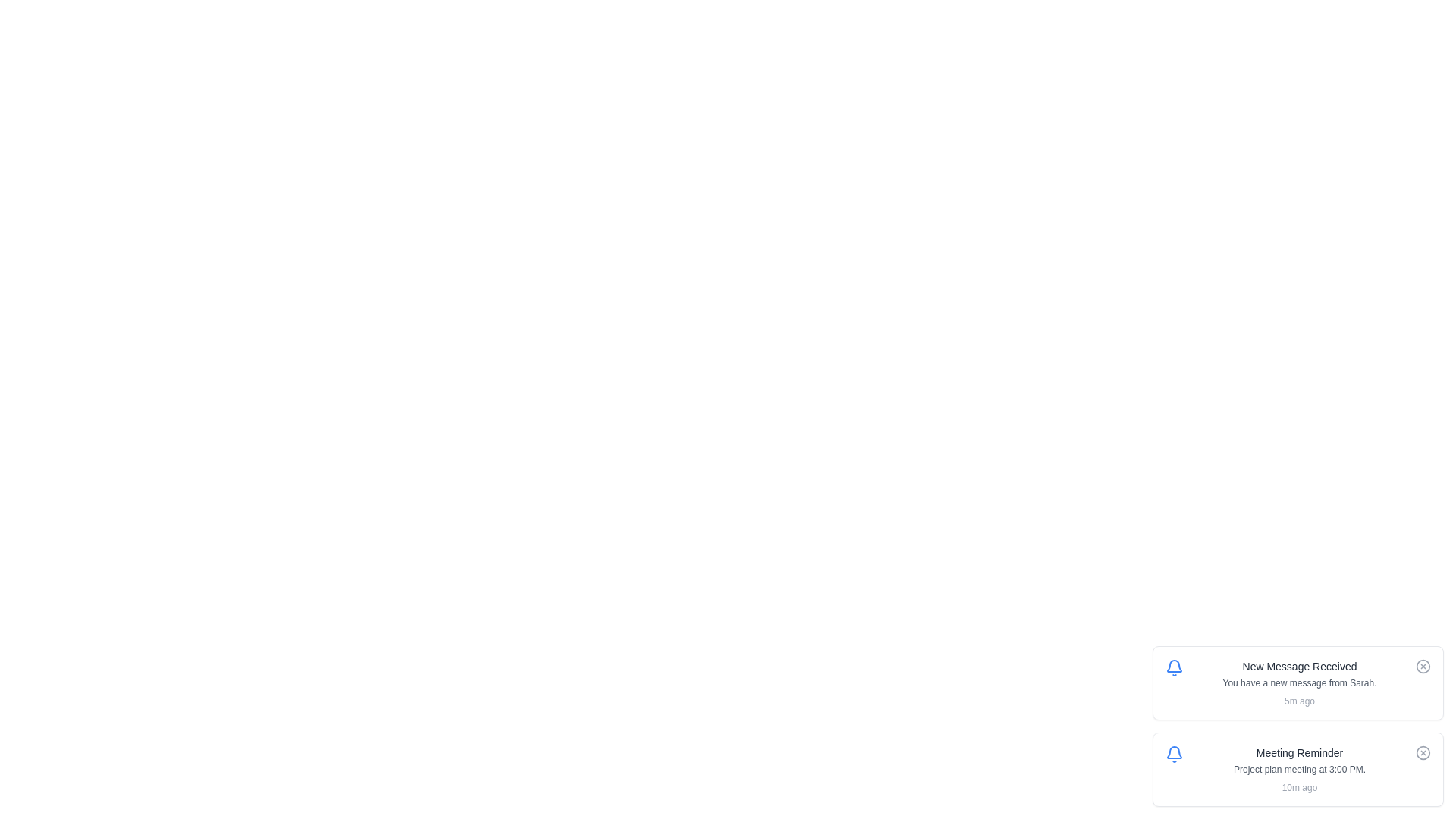 The height and width of the screenshot is (819, 1456). I want to click on the notification titled 'New Message Received' to observe the hover effect, so click(1298, 683).